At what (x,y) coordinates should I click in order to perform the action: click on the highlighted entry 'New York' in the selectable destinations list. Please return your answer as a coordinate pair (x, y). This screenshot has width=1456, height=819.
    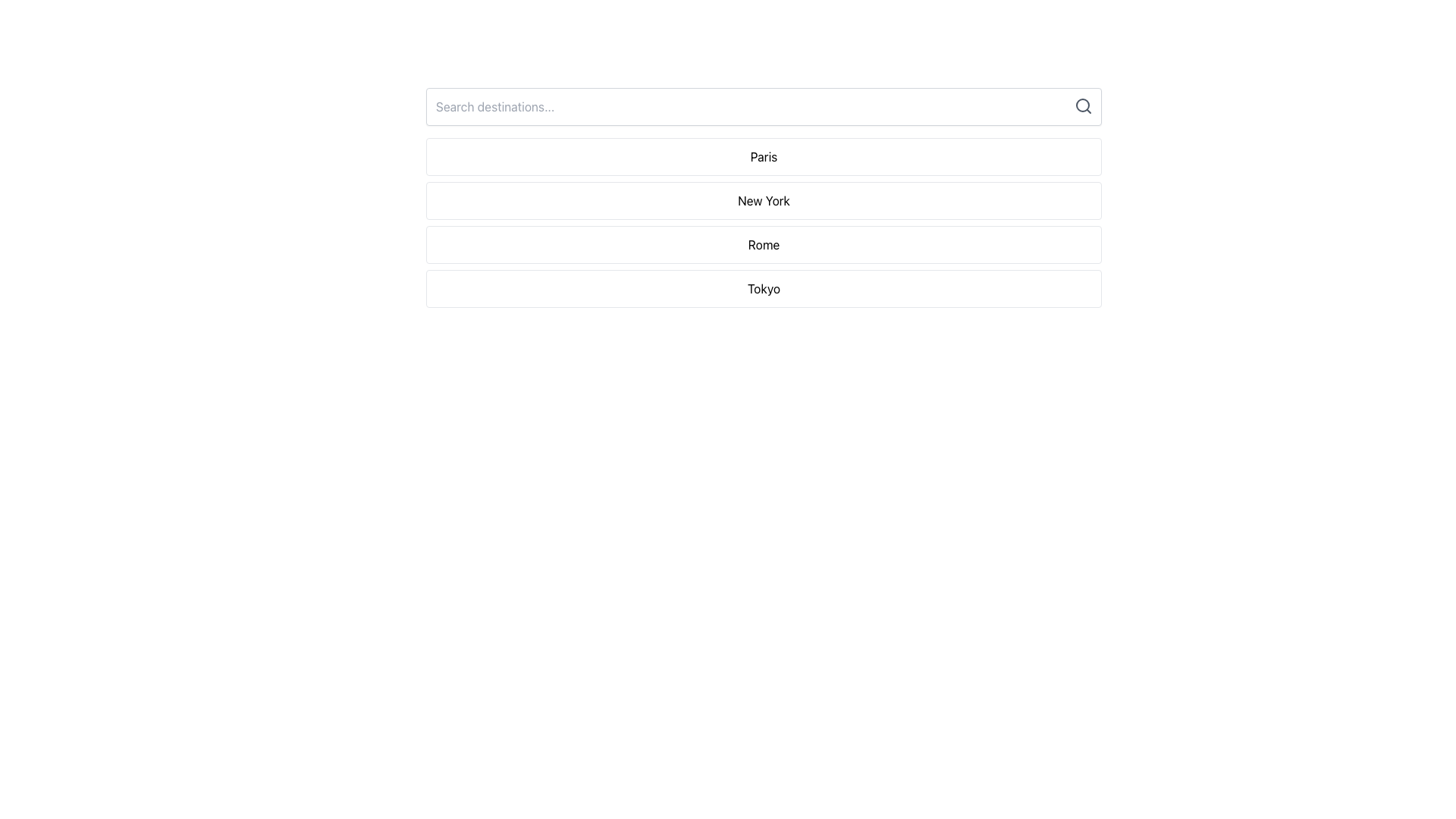
    Looking at the image, I should click on (764, 197).